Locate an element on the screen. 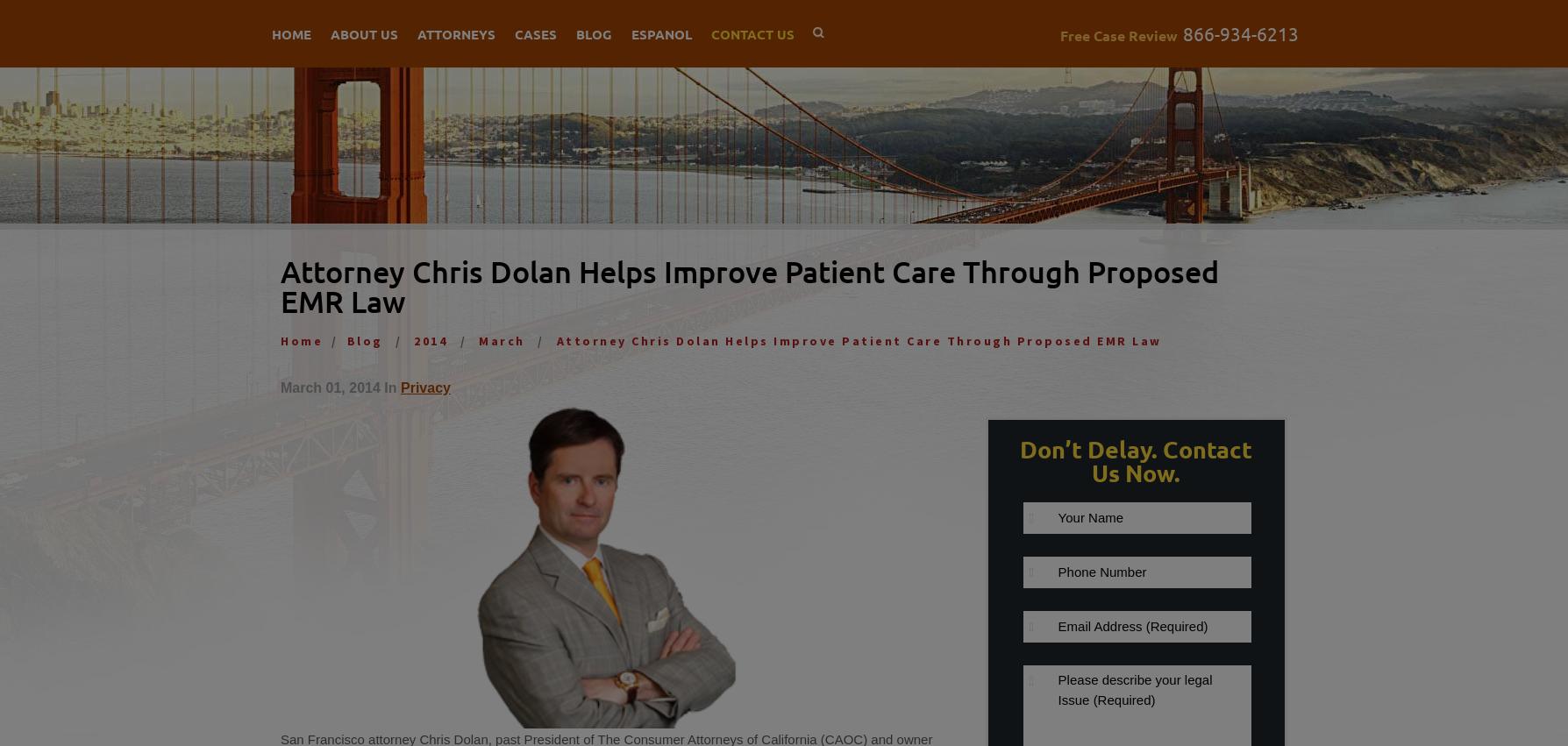 Image resolution: width=1568 pixels, height=746 pixels. 'Cases' is located at coordinates (515, 32).